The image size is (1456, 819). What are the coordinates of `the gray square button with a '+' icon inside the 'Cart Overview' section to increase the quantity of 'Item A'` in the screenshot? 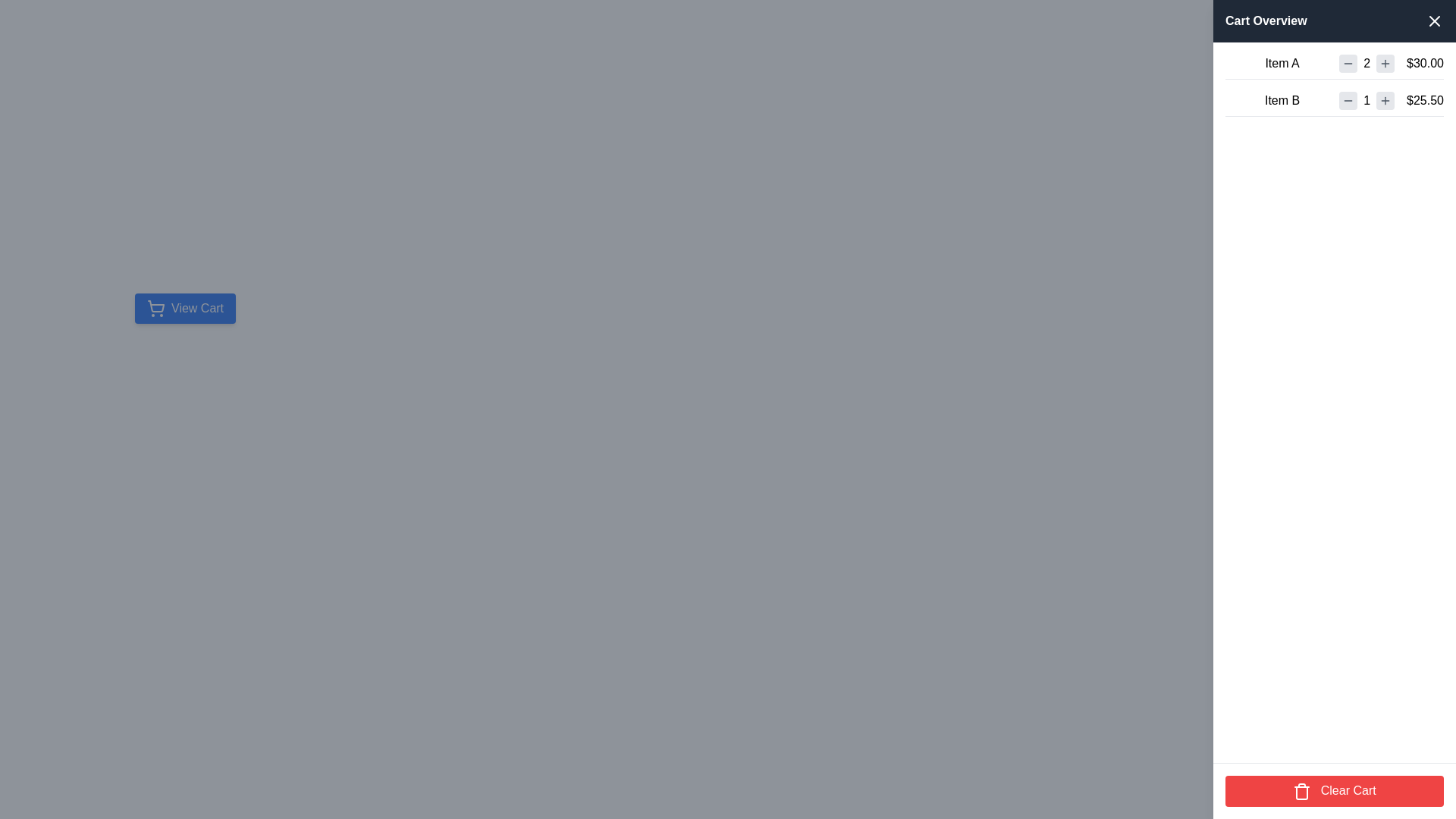 It's located at (1385, 63).